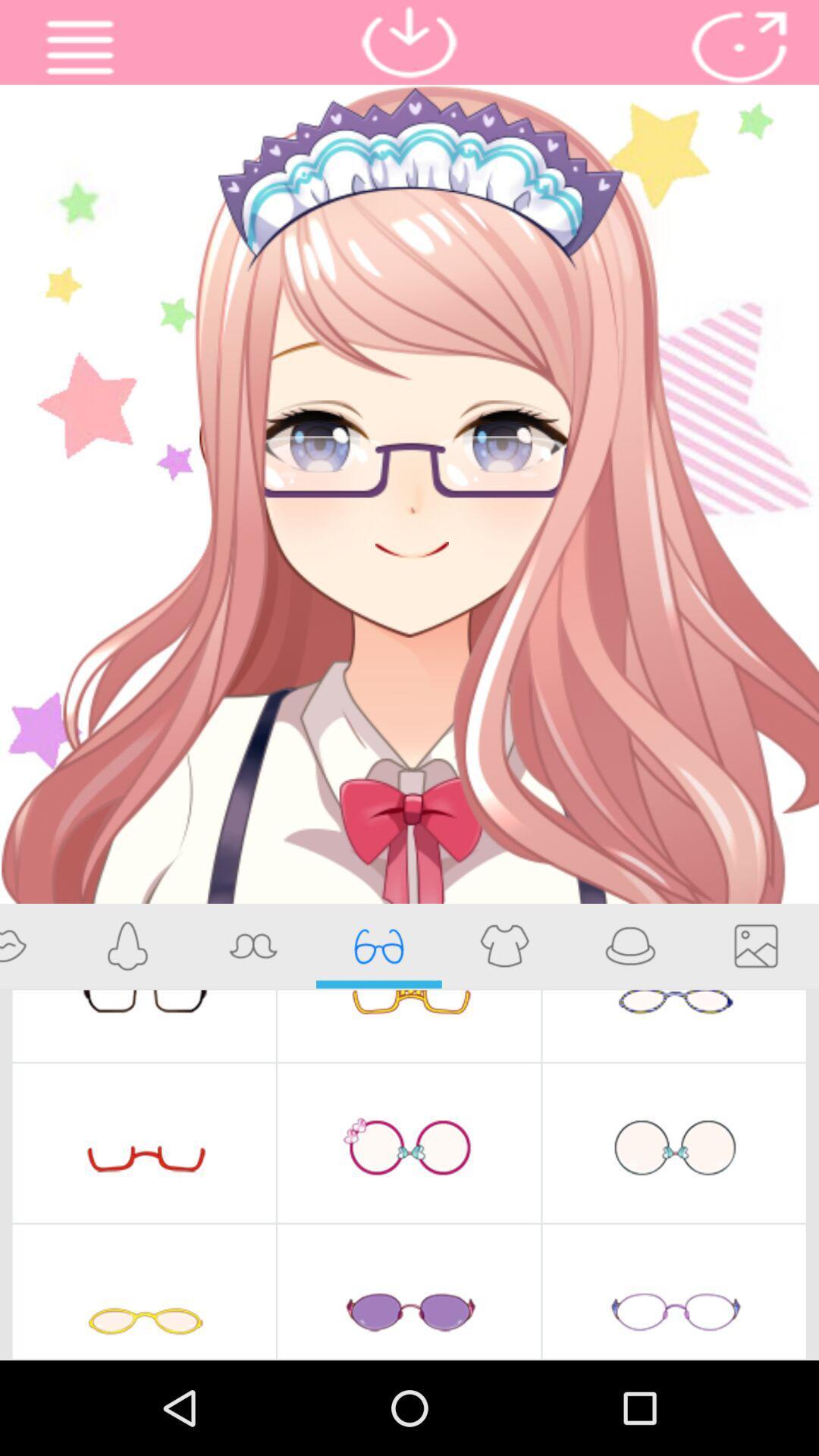  What do you see at coordinates (80, 51) in the screenshot?
I see `the menu icon` at bounding box center [80, 51].